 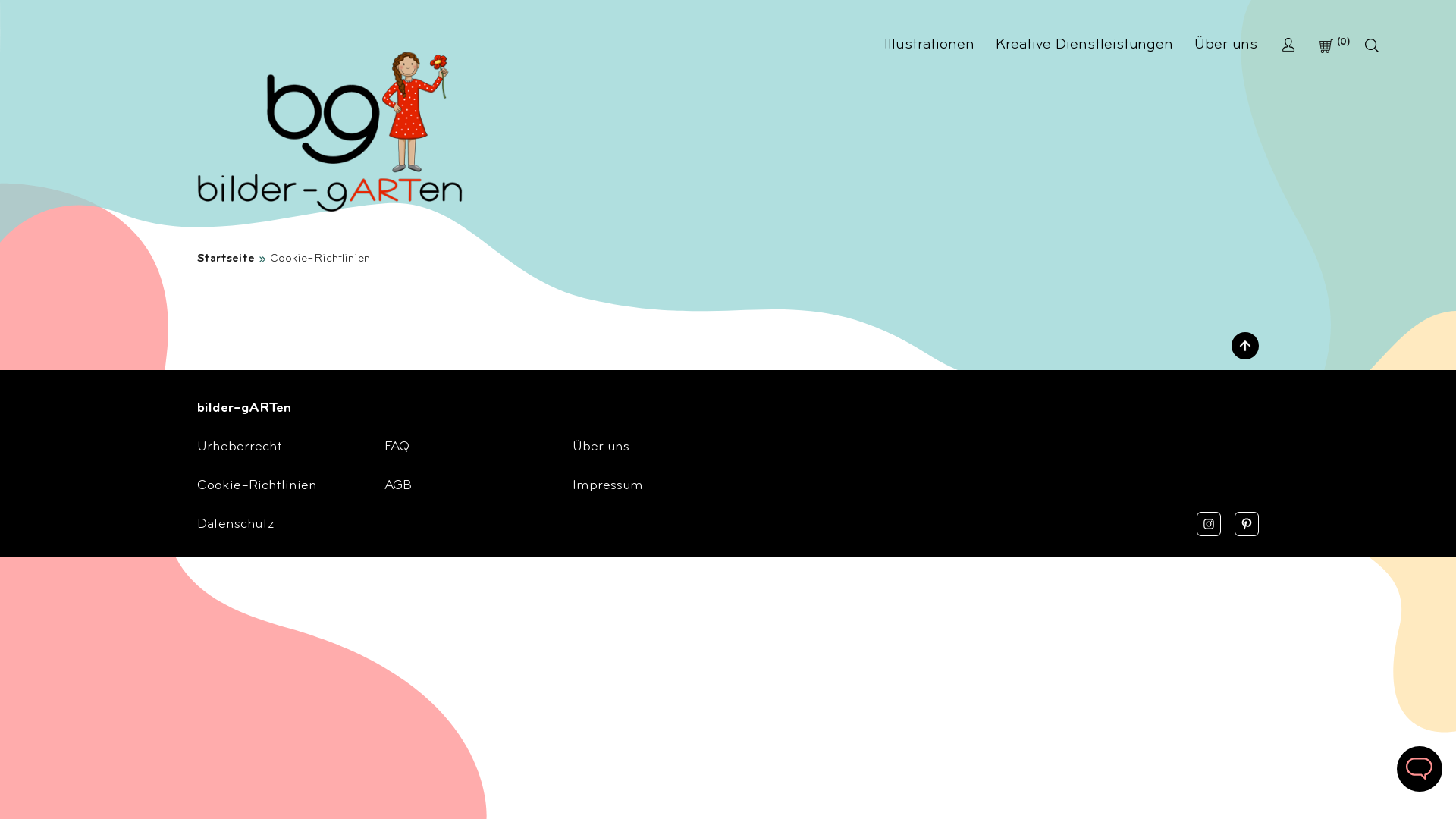 I want to click on 'Schreib uns', so click(x=1419, y=769).